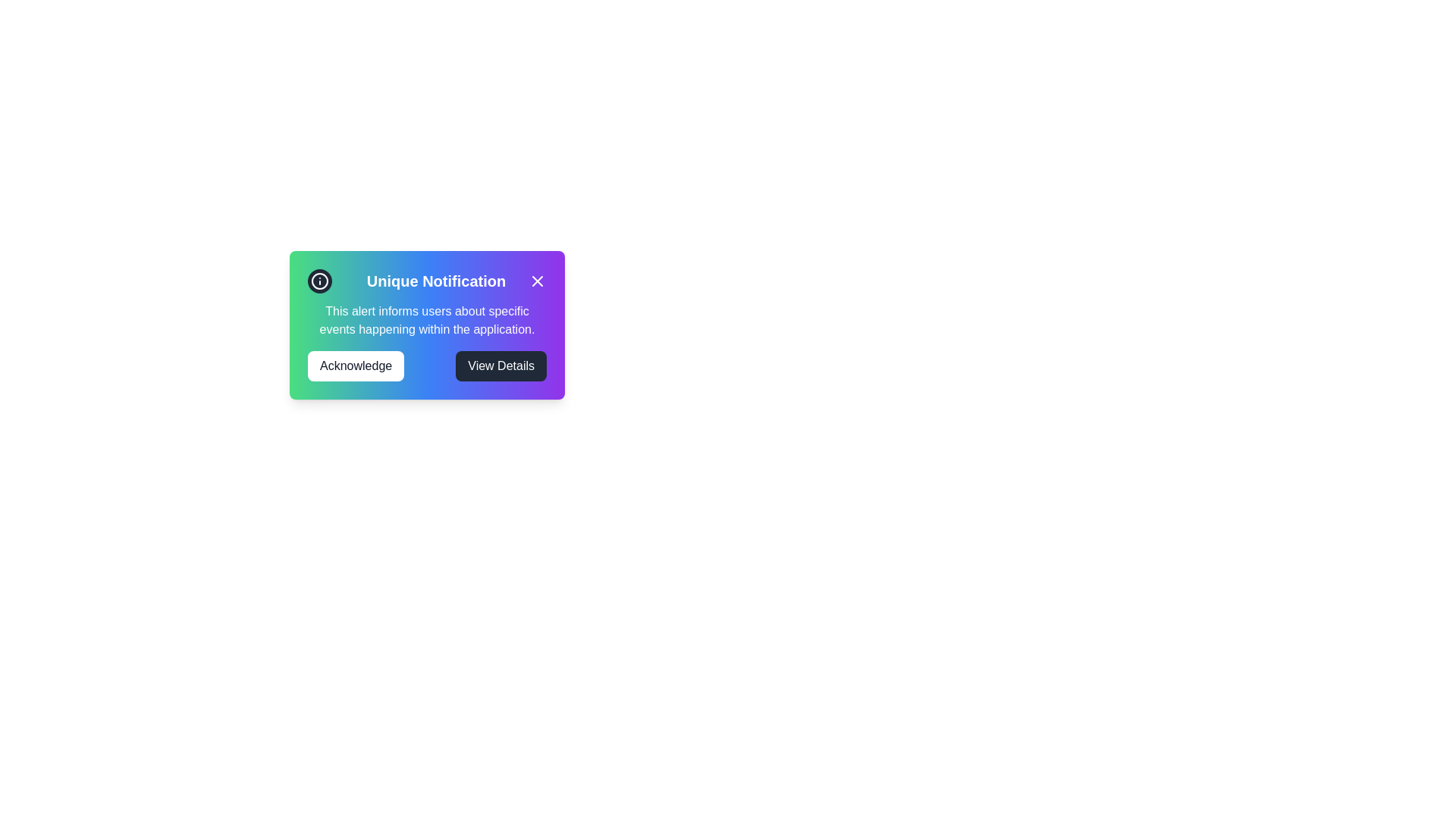 This screenshot has width=1456, height=819. Describe the element at coordinates (501, 366) in the screenshot. I see `the 'View Details' button to view the details of the notification` at that location.